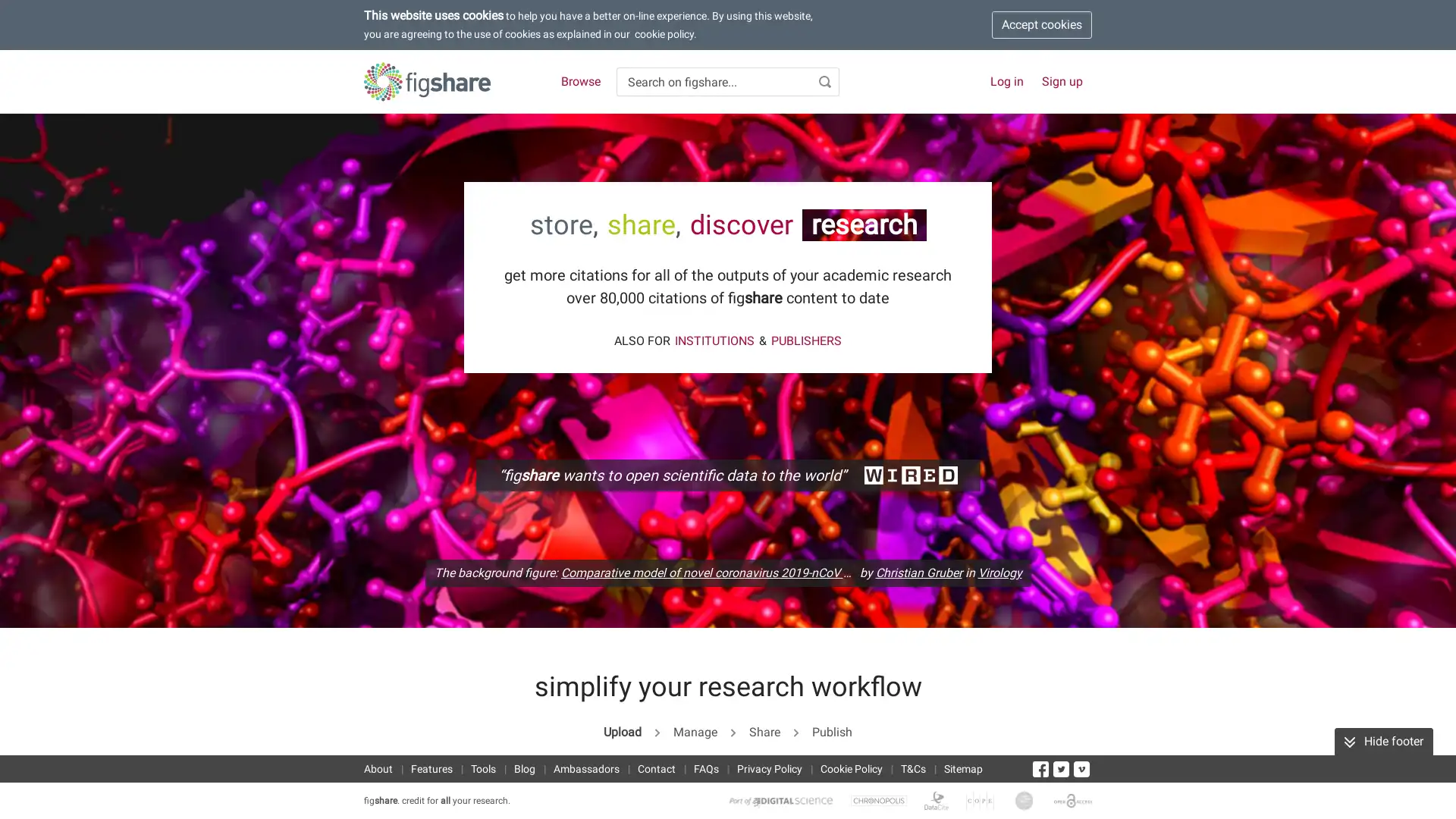 The image size is (1456, 819). I want to click on Share, so click(764, 731).